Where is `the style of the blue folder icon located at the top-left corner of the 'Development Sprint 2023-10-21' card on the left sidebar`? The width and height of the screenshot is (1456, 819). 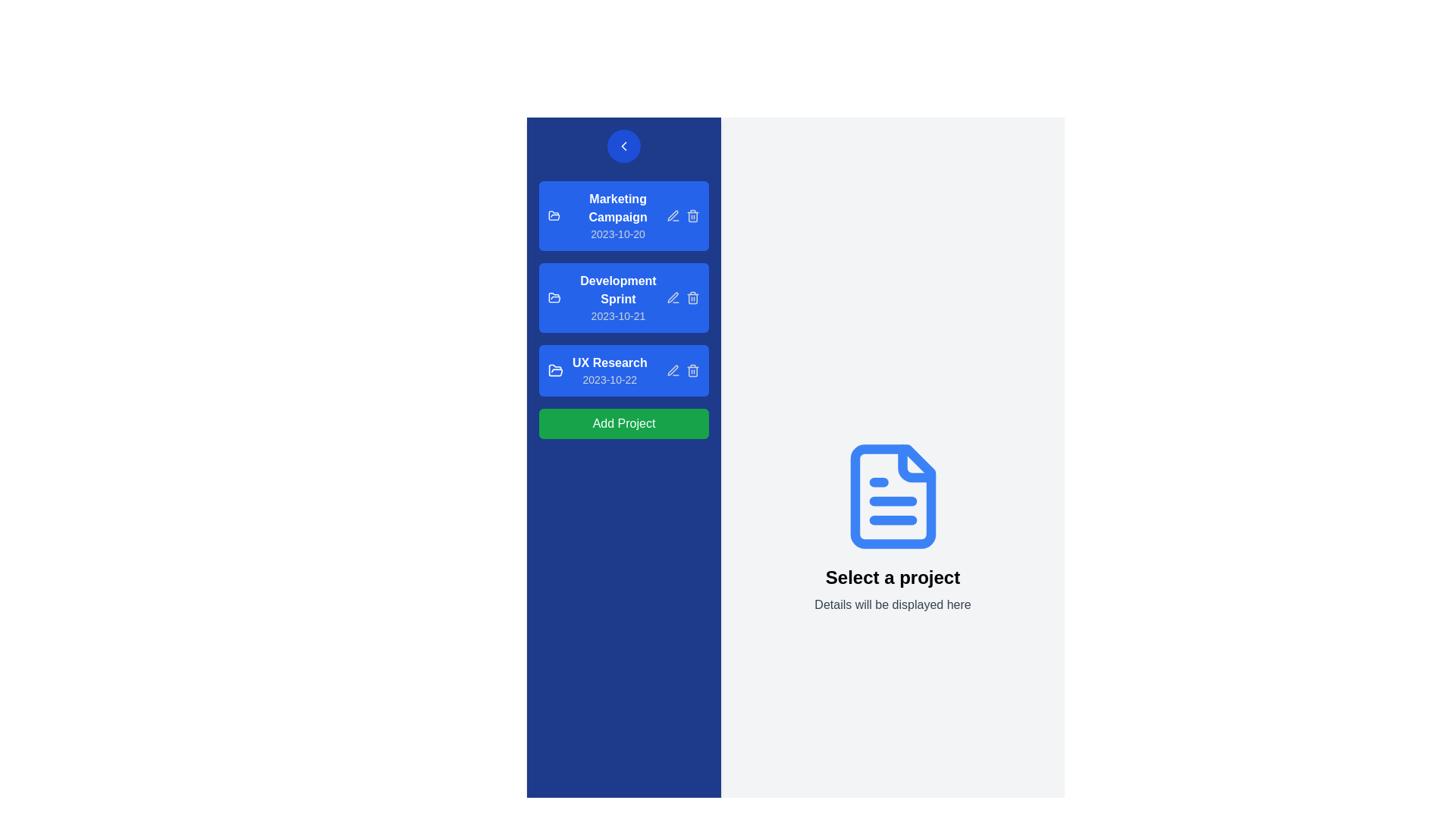 the style of the blue folder icon located at the top-left corner of the 'Development Sprint 2023-10-21' card on the left sidebar is located at coordinates (554, 297).